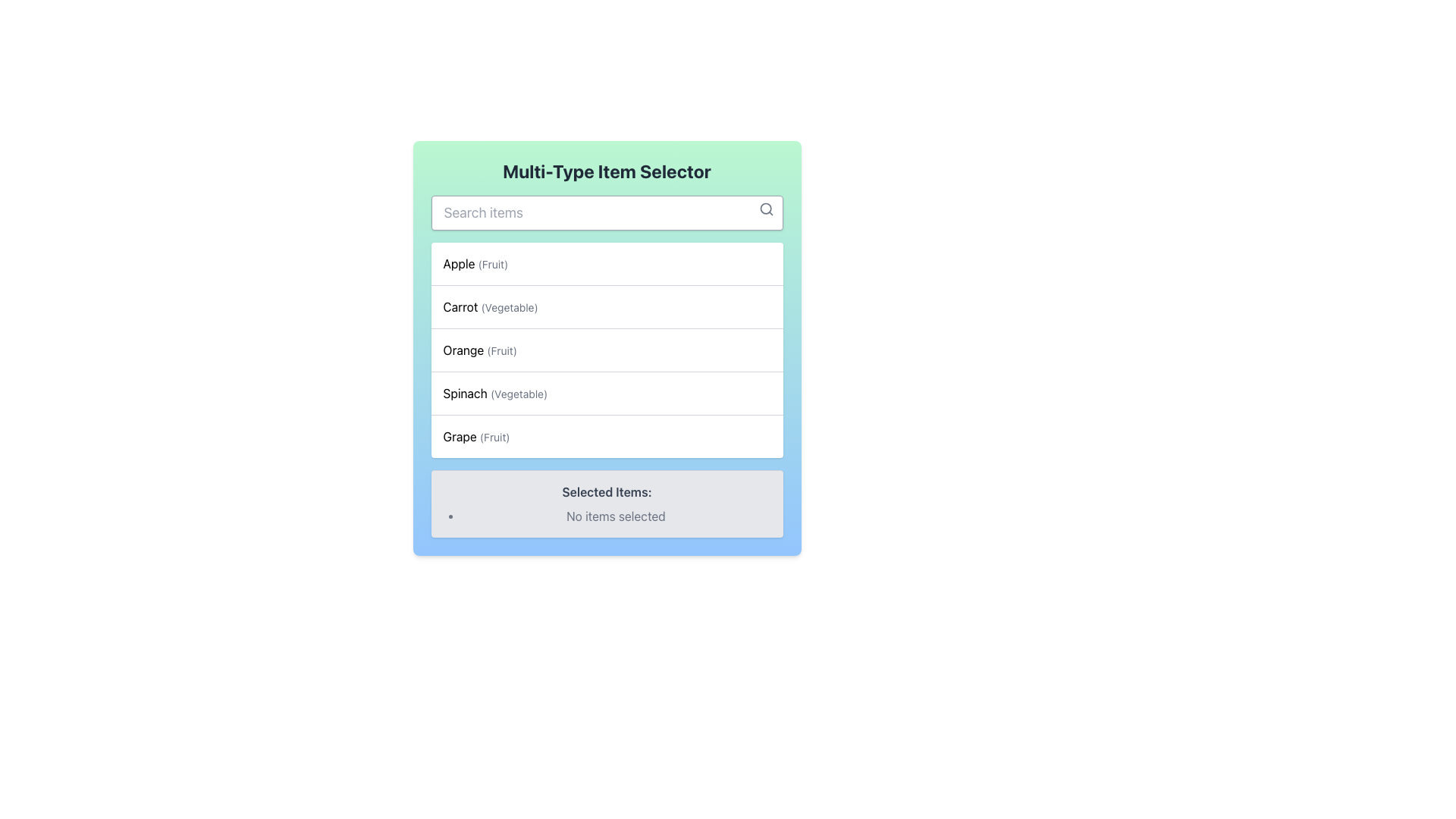 This screenshot has height=819, width=1456. I want to click on the fourth selectable item in the list, which is located between 'Orange (Fruit)' and 'Grape (Fruit)', so click(607, 392).